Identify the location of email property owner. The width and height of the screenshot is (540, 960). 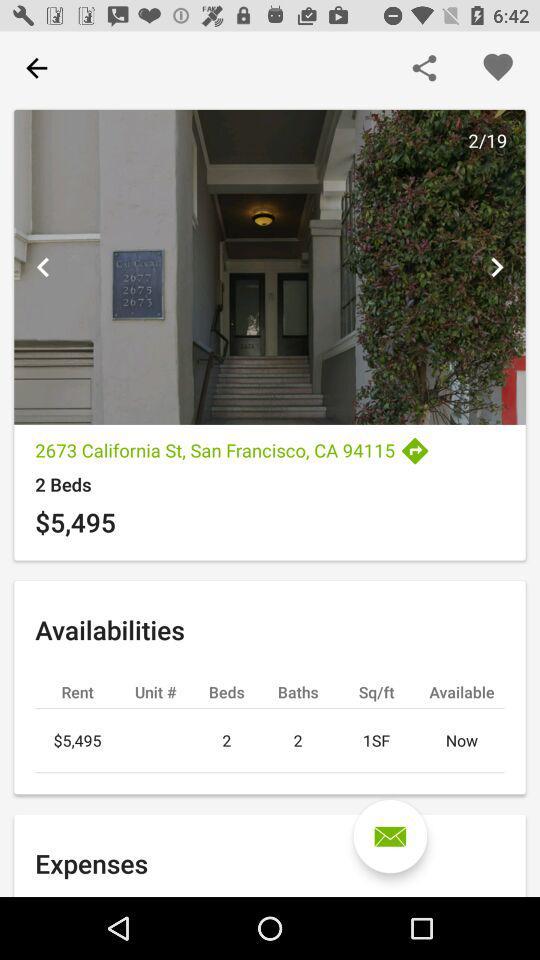
(390, 836).